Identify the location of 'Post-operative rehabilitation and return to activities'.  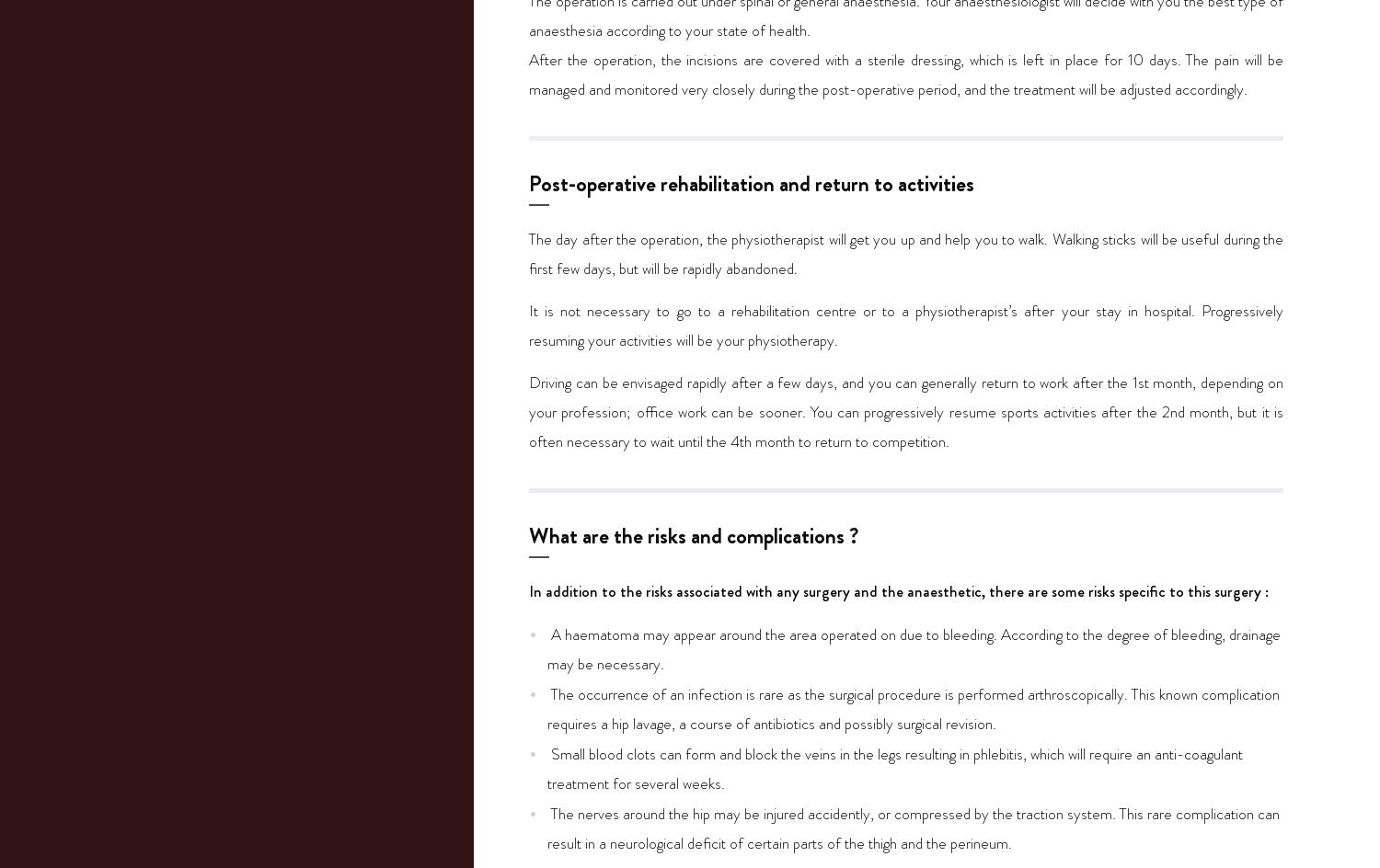
(751, 181).